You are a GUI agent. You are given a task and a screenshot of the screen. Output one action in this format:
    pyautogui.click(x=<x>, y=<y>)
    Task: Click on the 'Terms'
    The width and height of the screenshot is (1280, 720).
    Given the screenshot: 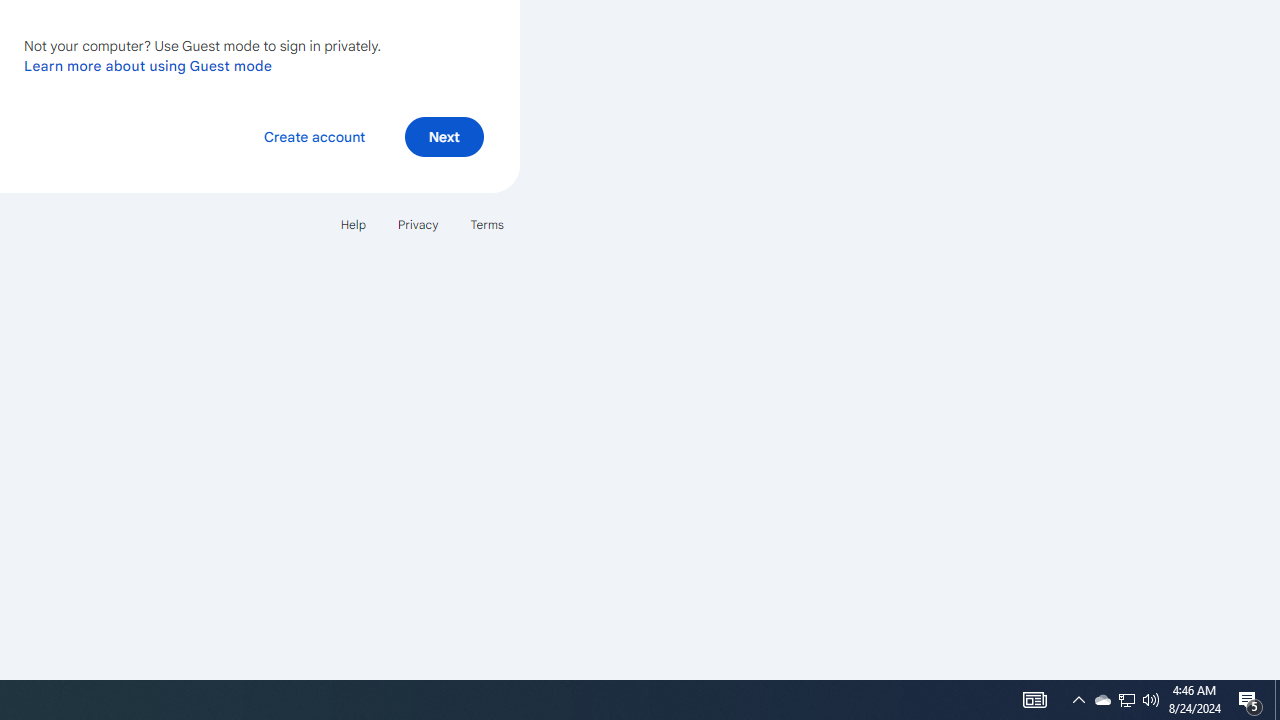 What is the action you would take?
    pyautogui.click(x=487, y=224)
    